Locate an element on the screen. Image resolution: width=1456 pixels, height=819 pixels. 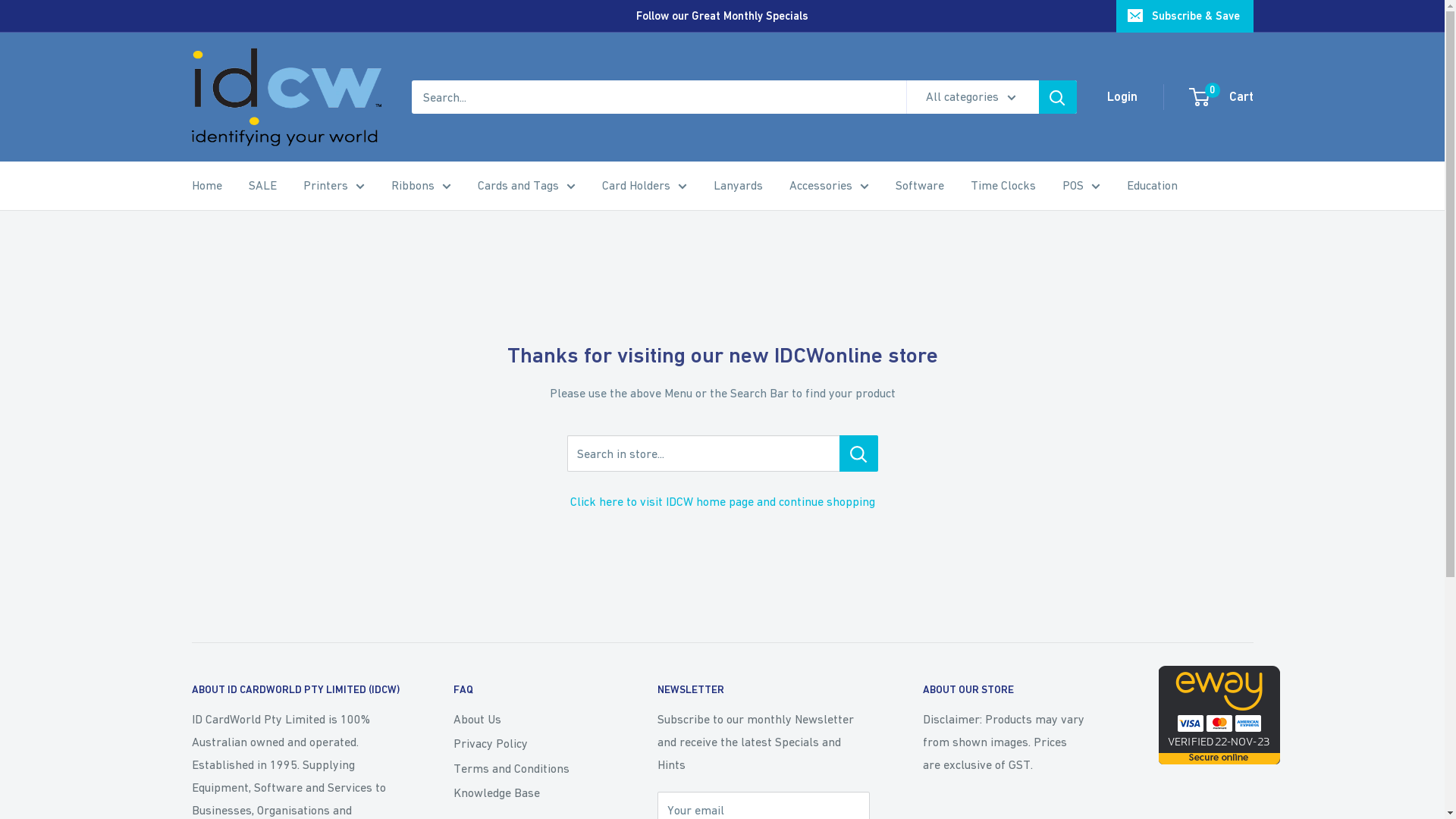
'Card Holders' is located at coordinates (644, 185).